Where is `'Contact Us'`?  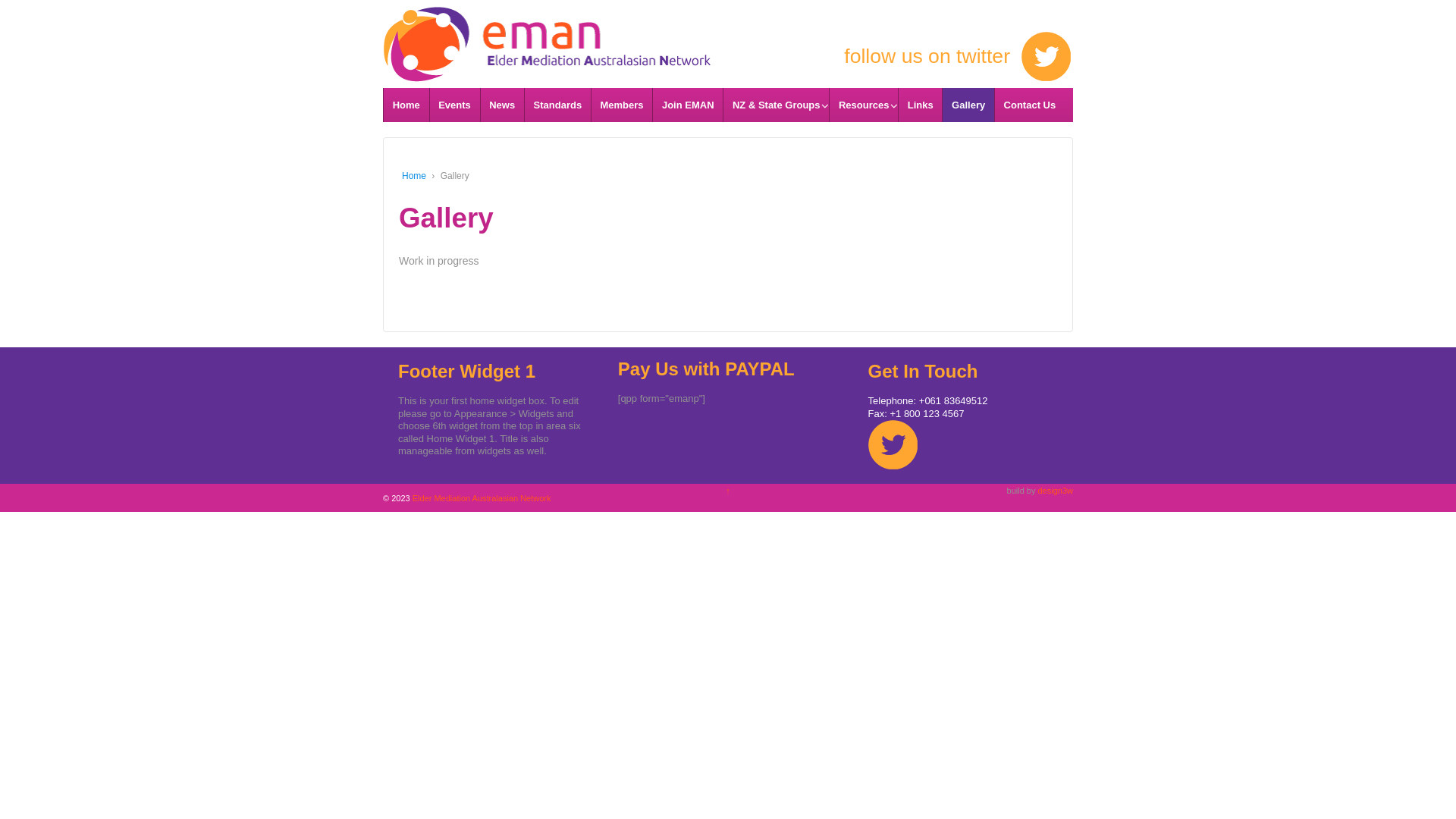 'Contact Us' is located at coordinates (1029, 104).